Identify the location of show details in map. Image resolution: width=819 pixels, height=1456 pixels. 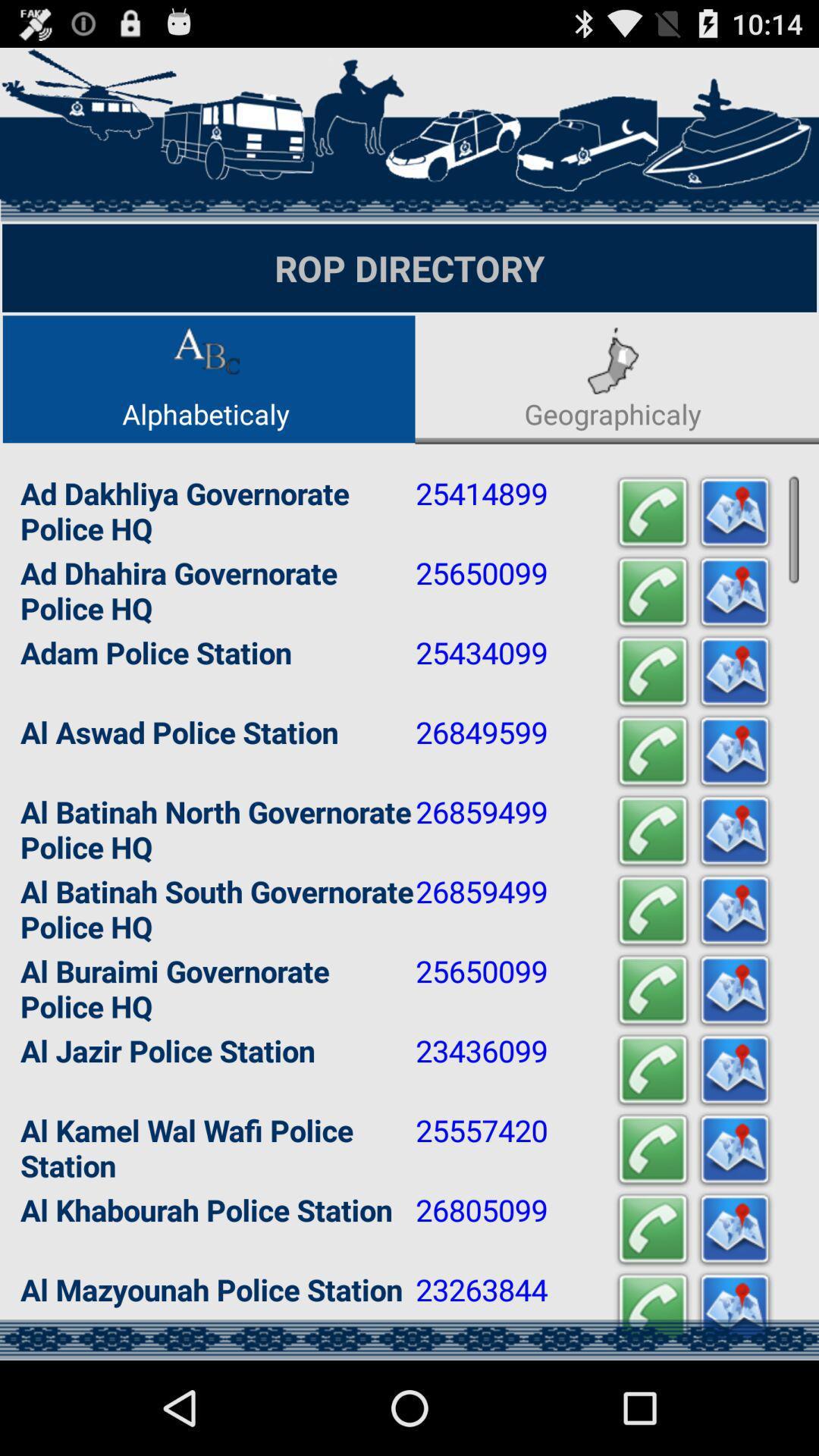
(733, 830).